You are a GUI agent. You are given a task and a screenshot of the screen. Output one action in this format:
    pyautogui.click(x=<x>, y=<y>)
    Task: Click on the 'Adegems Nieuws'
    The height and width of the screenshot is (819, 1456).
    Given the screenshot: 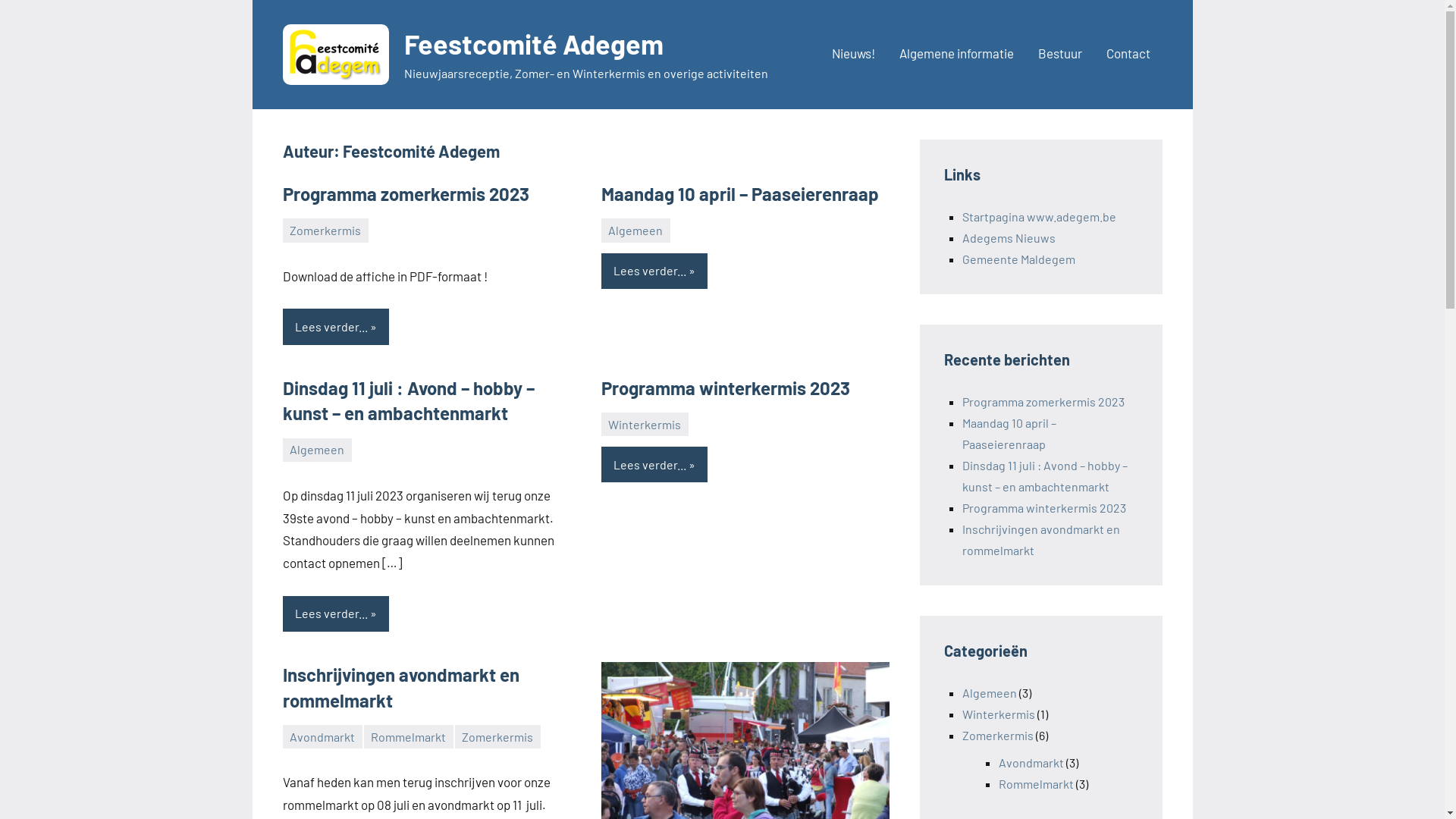 What is the action you would take?
    pyautogui.click(x=1008, y=237)
    